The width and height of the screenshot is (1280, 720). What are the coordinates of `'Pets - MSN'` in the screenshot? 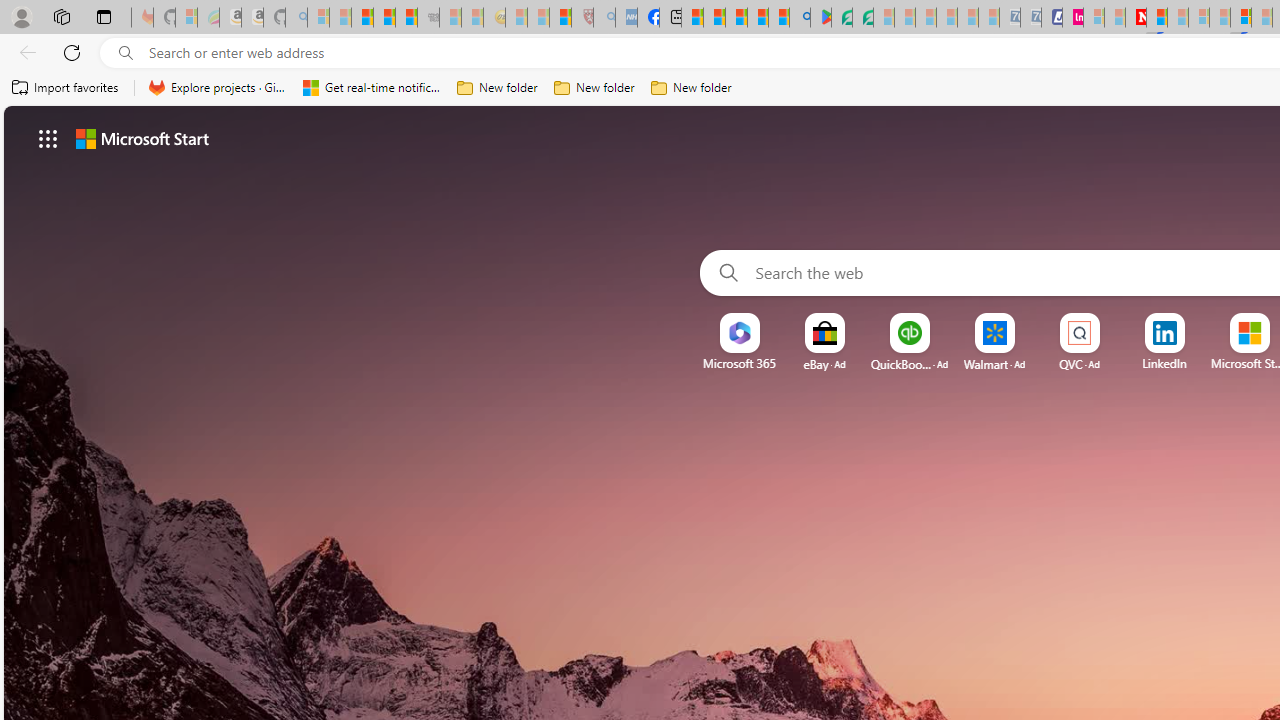 It's located at (756, 17).